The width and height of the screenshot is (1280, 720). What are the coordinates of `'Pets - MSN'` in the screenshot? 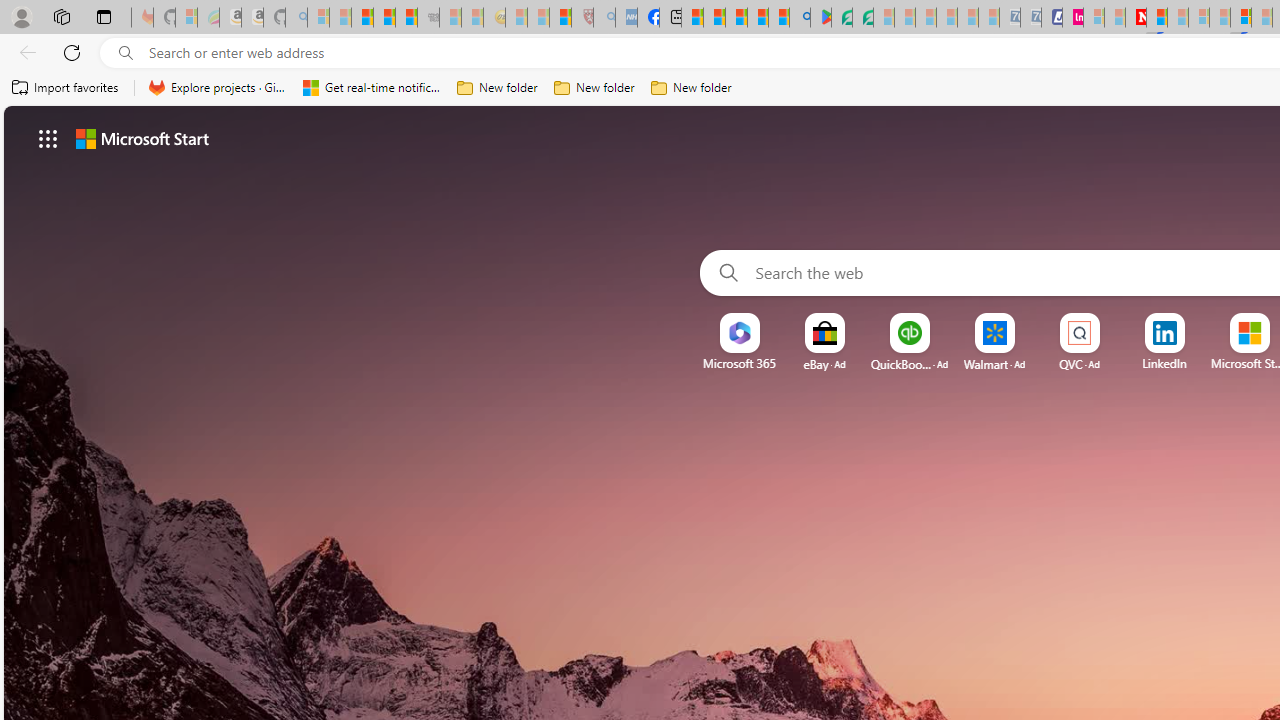 It's located at (756, 17).